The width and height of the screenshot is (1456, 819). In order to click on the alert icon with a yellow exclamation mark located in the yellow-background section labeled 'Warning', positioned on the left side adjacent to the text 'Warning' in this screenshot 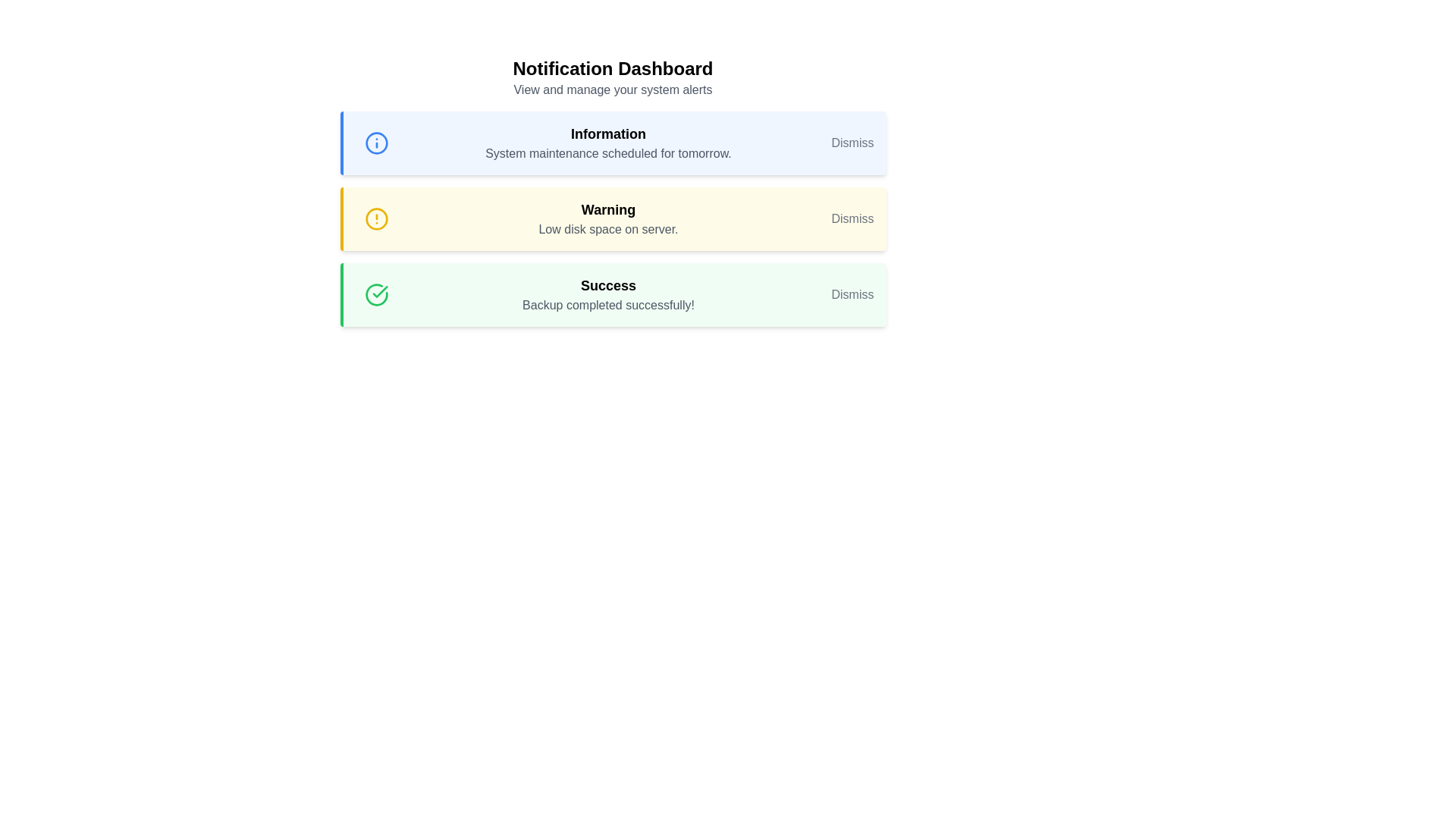, I will do `click(376, 219)`.